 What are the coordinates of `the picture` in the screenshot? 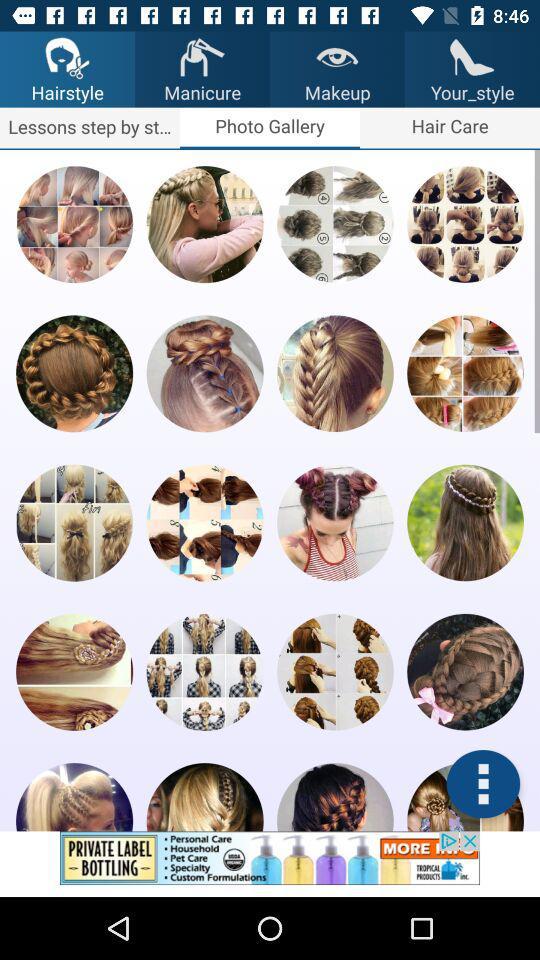 It's located at (270, 863).